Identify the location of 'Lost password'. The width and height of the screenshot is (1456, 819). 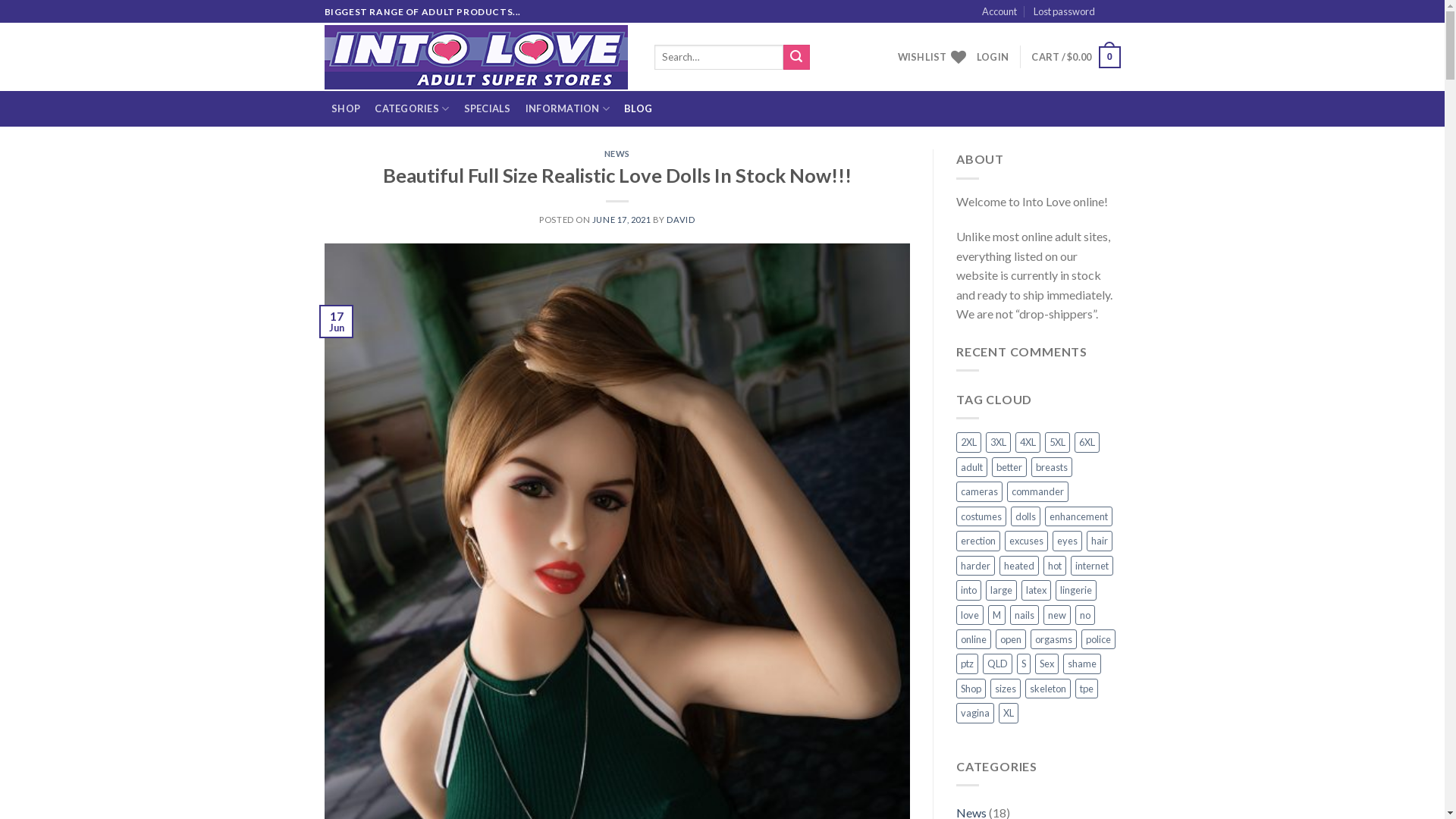
(1063, 11).